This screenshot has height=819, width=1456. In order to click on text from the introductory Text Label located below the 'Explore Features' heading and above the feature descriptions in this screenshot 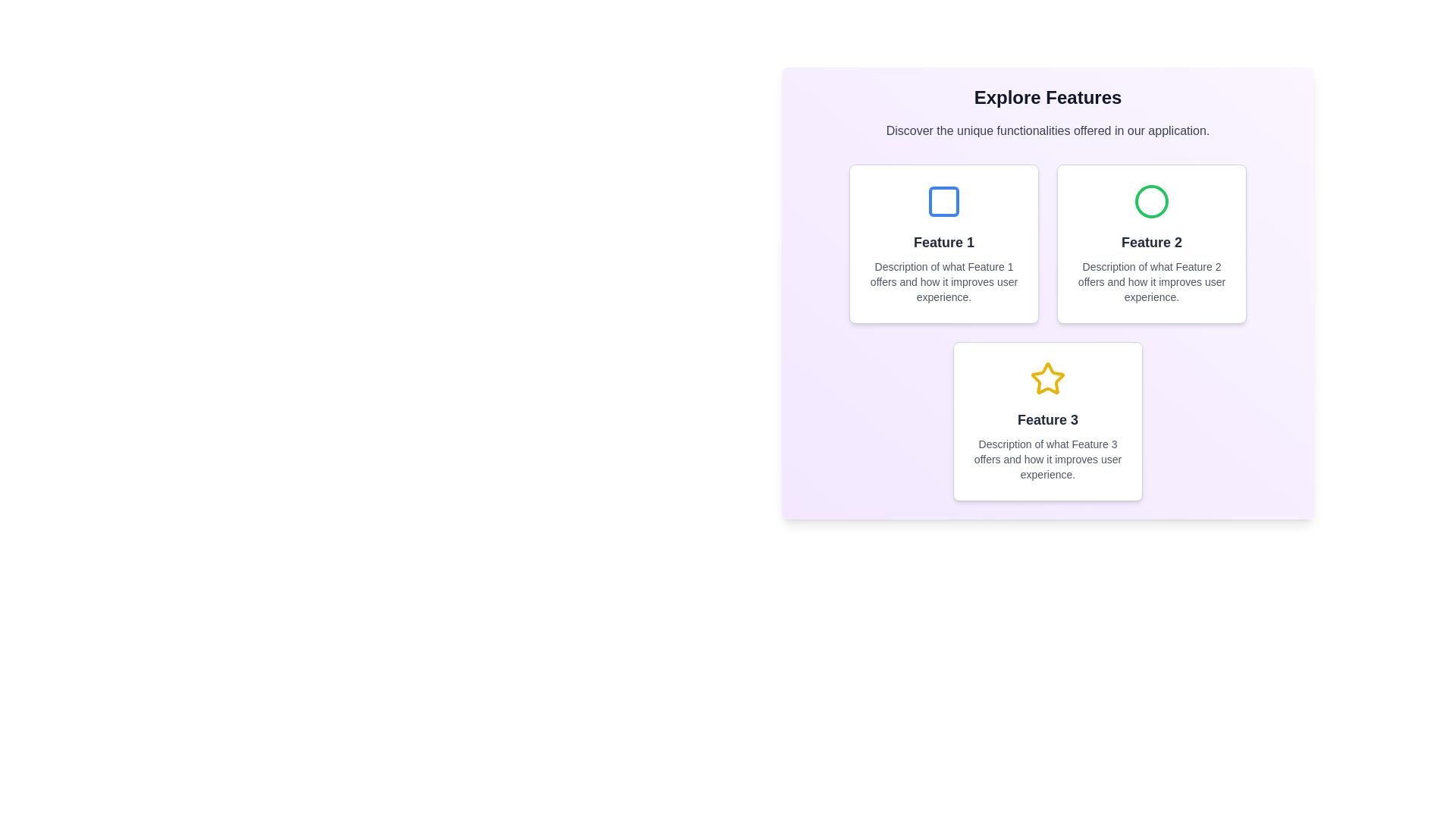, I will do `click(1047, 130)`.